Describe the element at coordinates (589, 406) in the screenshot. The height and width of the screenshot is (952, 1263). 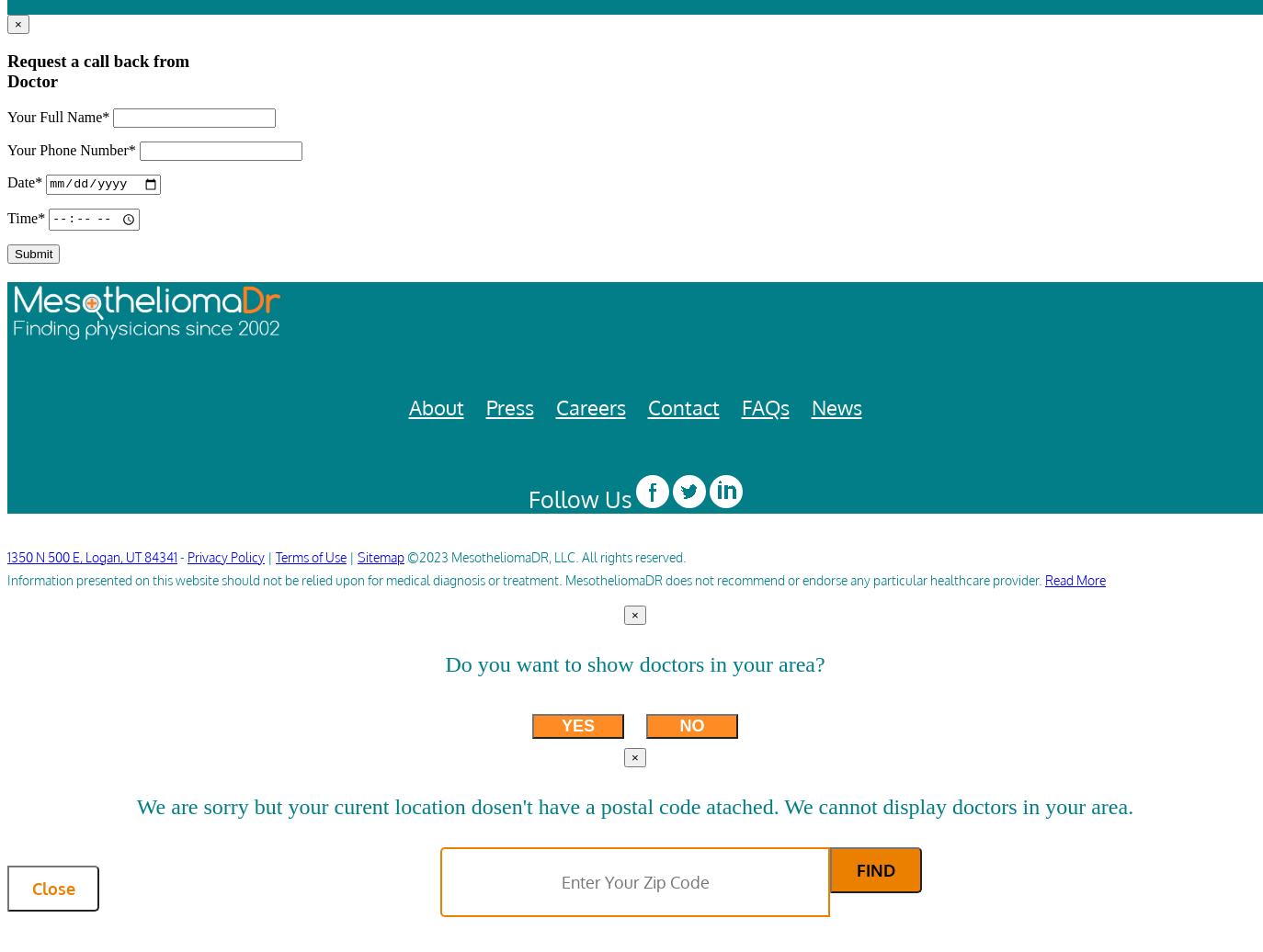
I see `'Careers'` at that location.